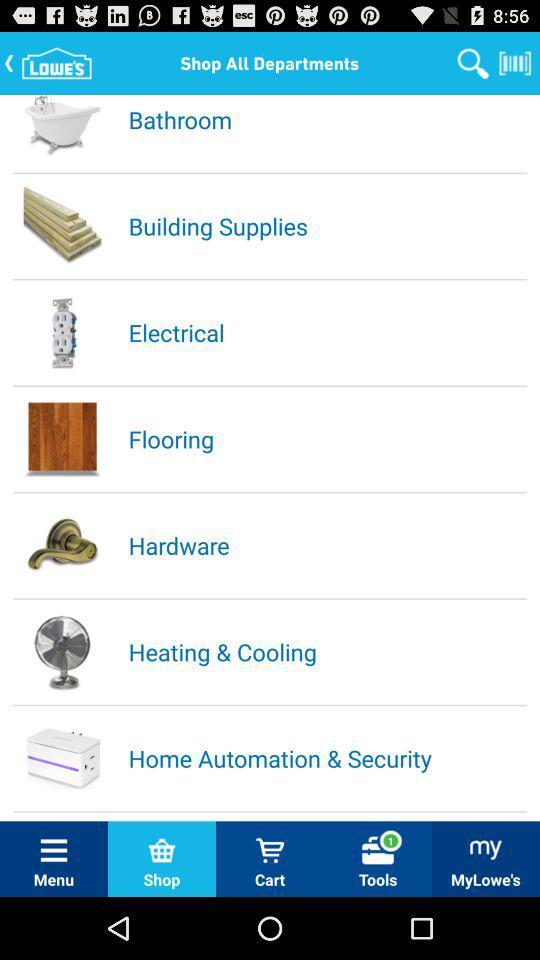 The image size is (540, 960). I want to click on building supplies icon, so click(326, 225).